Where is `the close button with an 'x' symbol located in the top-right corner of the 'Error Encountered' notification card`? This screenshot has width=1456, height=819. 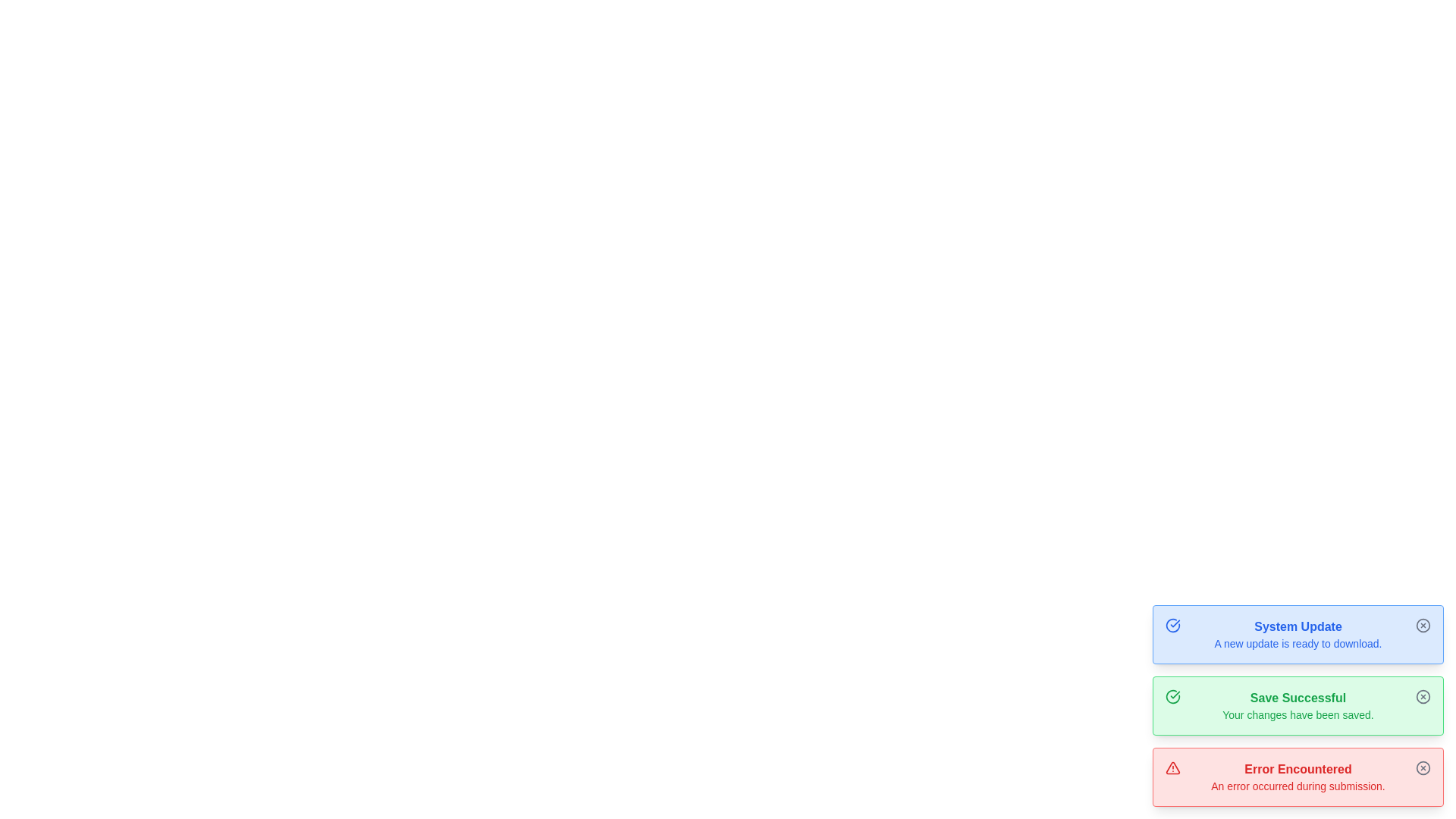 the close button with an 'x' symbol located in the top-right corner of the 'Error Encountered' notification card is located at coordinates (1422, 768).